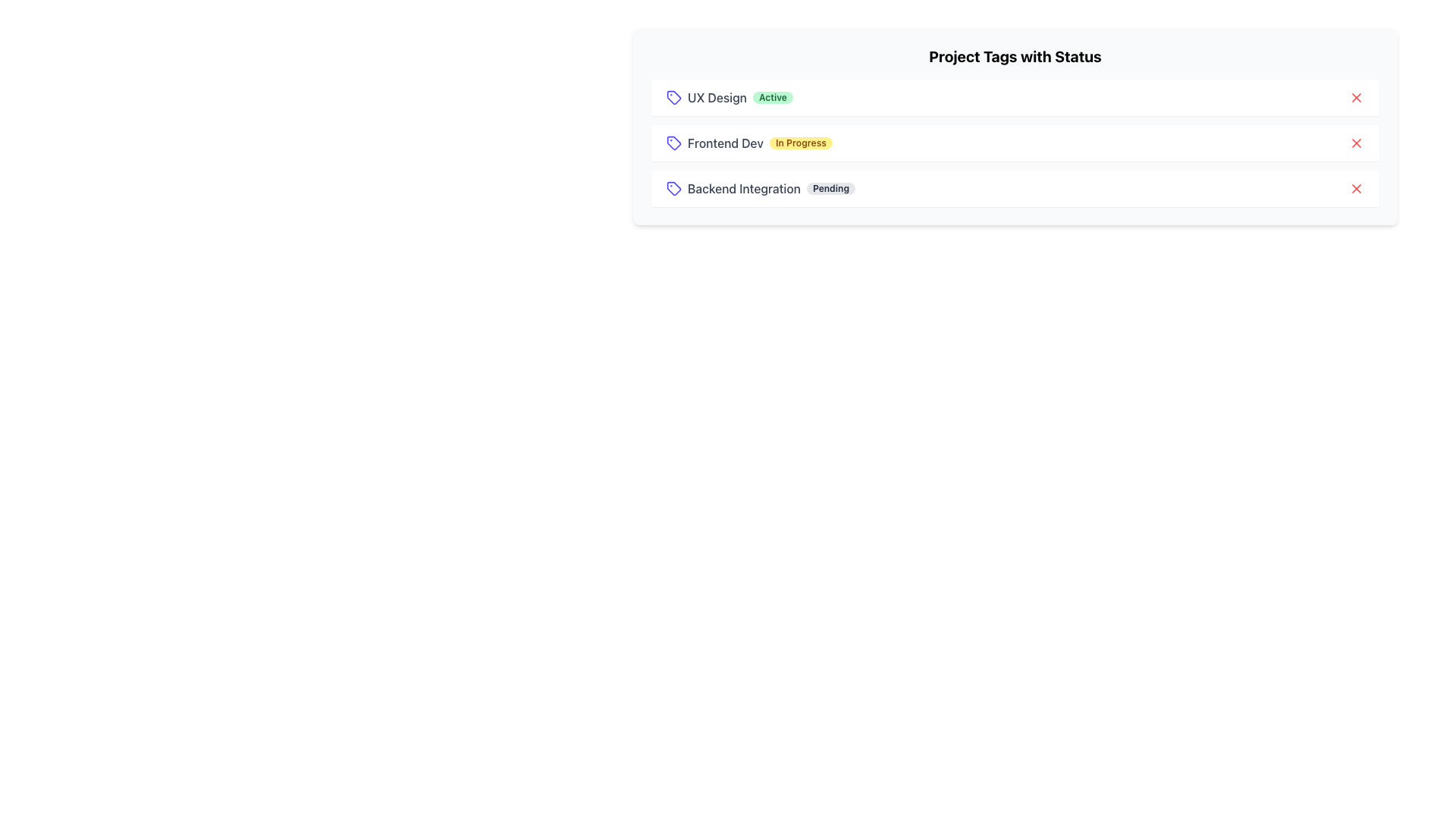  I want to click on the 'Remove' button located at the far right end of the 'UX Design' row under 'Project Tags with Status', so click(1357, 97).